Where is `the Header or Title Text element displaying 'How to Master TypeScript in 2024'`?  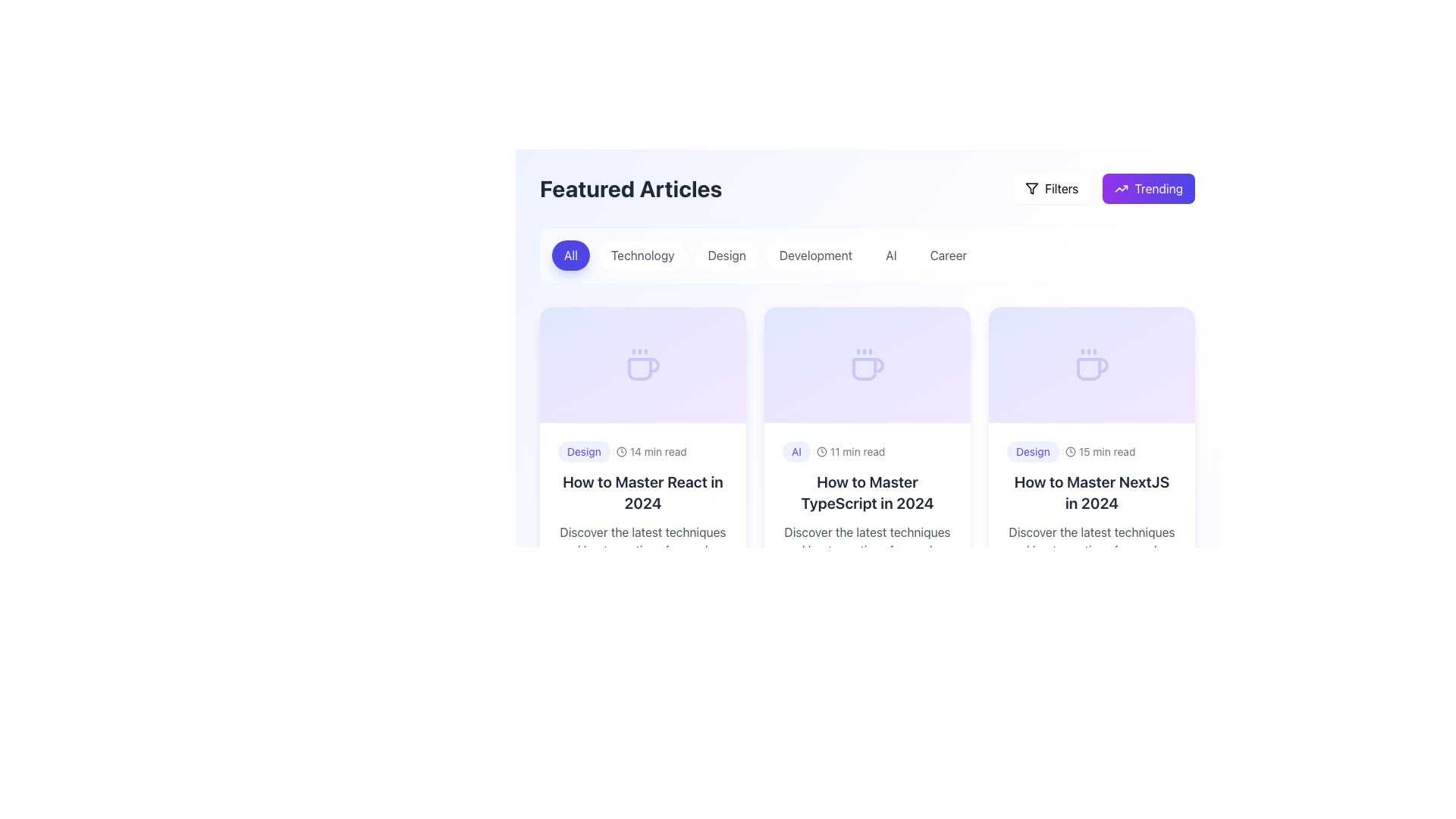
the Header or Title Text element displaying 'How to Master TypeScript in 2024' is located at coordinates (867, 493).